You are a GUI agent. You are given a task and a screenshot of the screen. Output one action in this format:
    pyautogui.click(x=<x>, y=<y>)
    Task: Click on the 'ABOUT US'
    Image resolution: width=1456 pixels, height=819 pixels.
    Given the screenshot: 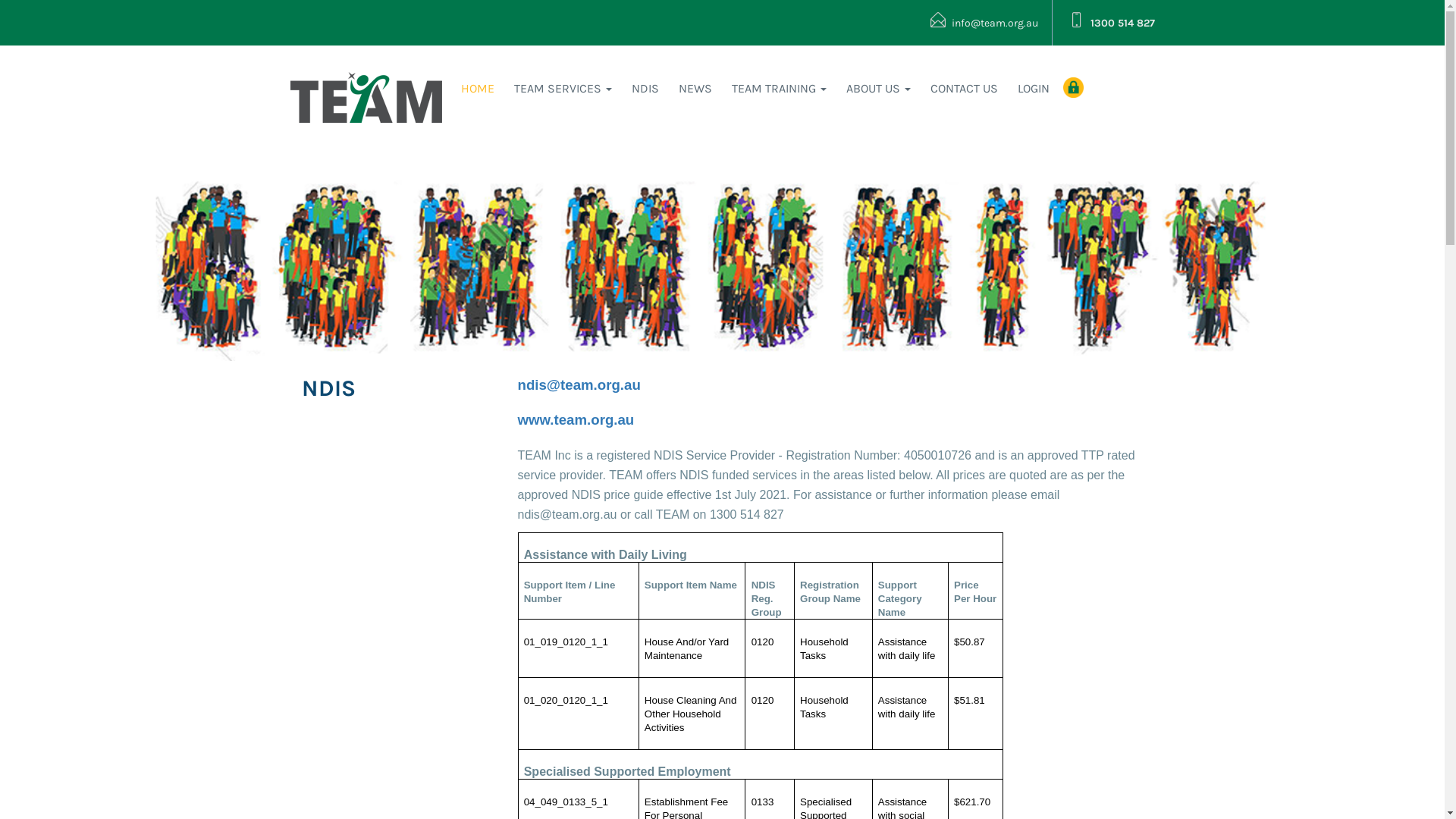 What is the action you would take?
    pyautogui.click(x=878, y=88)
    